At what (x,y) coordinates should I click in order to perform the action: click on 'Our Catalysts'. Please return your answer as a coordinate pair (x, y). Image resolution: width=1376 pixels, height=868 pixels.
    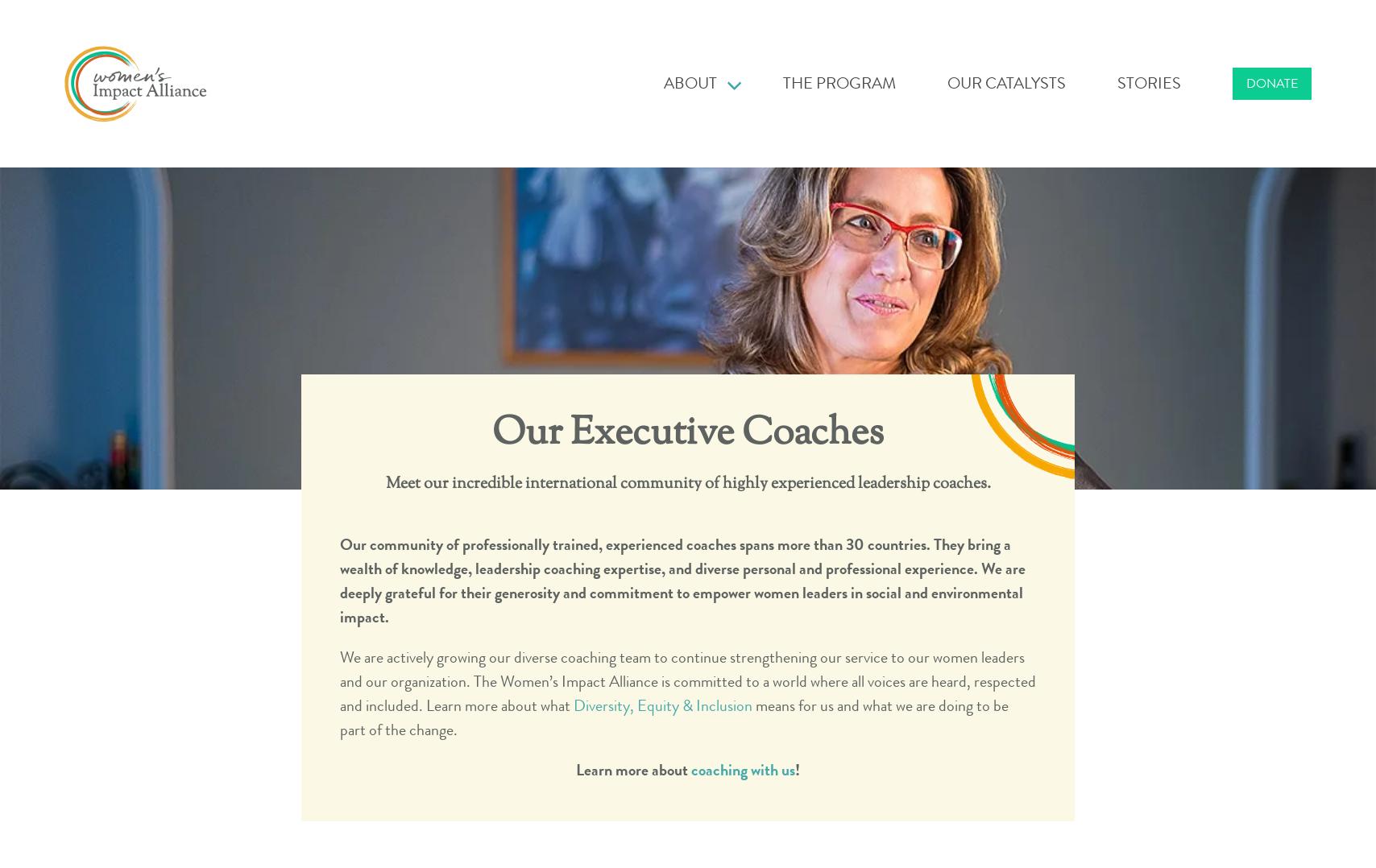
    Looking at the image, I should click on (1006, 82).